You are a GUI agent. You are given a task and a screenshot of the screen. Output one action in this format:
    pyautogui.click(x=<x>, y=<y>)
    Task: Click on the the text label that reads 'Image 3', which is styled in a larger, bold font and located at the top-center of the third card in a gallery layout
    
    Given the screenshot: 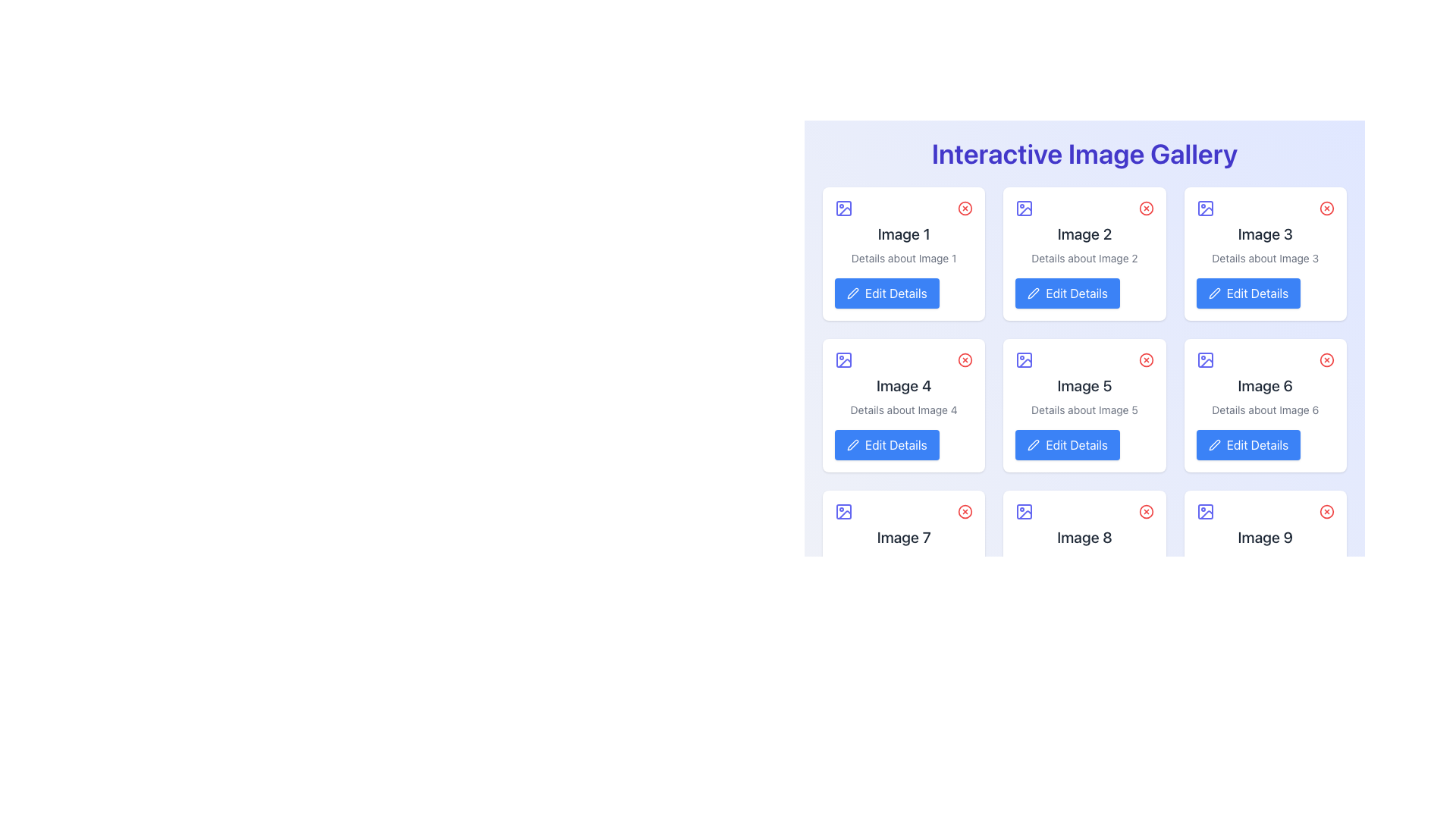 What is the action you would take?
    pyautogui.click(x=1265, y=234)
    